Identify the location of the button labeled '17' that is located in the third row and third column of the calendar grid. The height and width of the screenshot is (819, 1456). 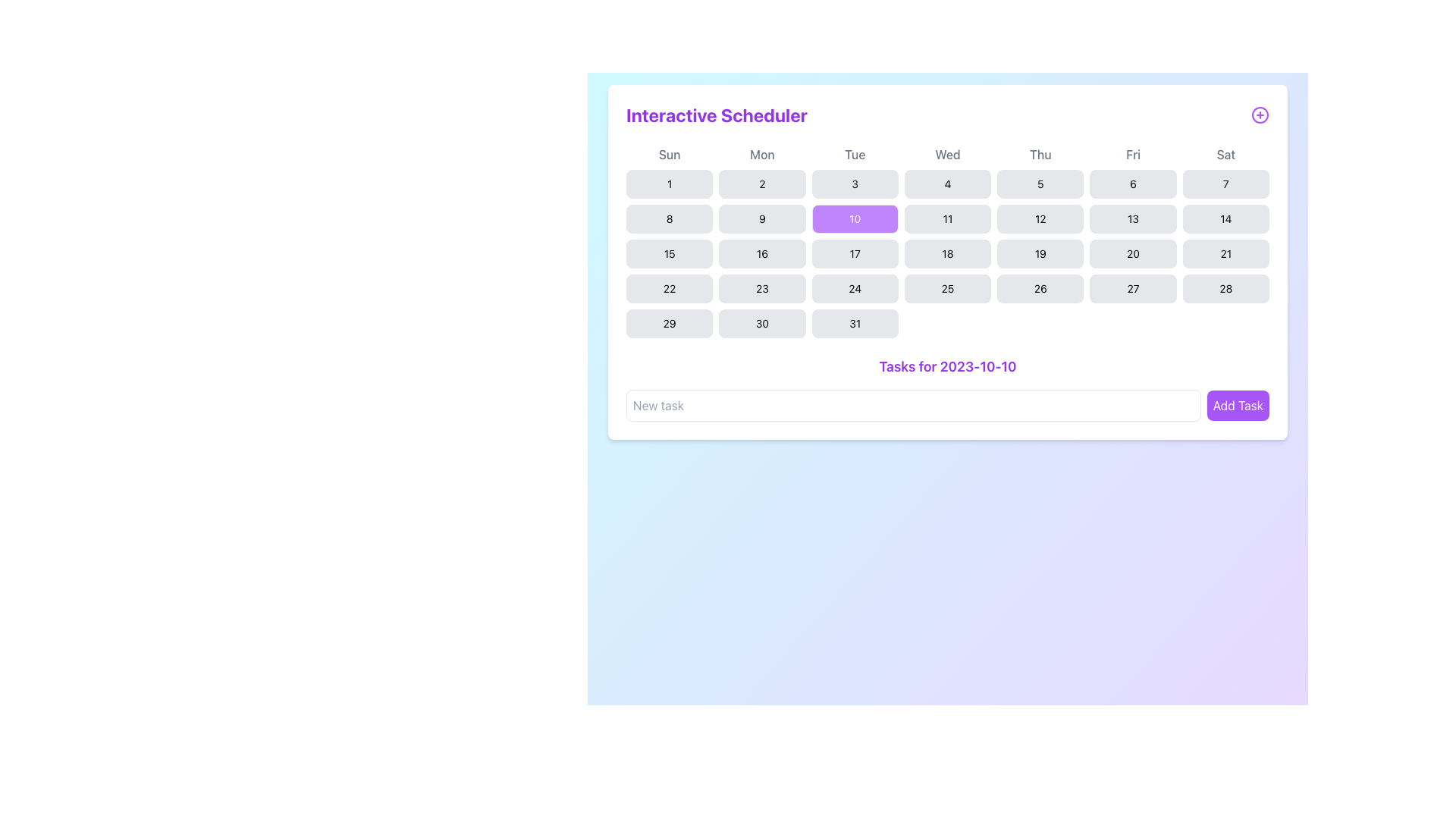
(855, 253).